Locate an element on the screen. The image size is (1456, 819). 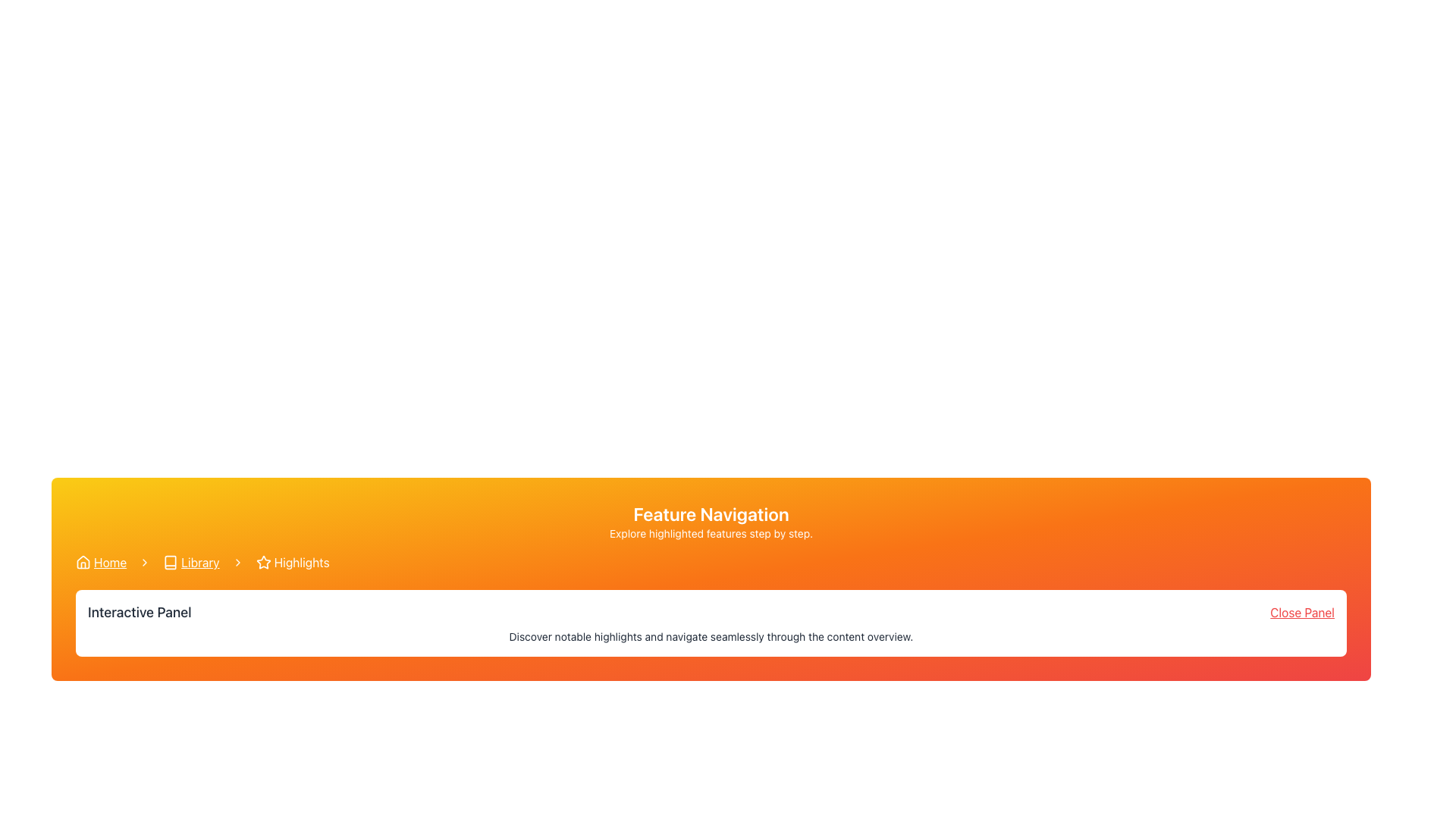
the 'Home' navigational link, which is styled with an underlined text label and a house icon on an orange background is located at coordinates (100, 562).